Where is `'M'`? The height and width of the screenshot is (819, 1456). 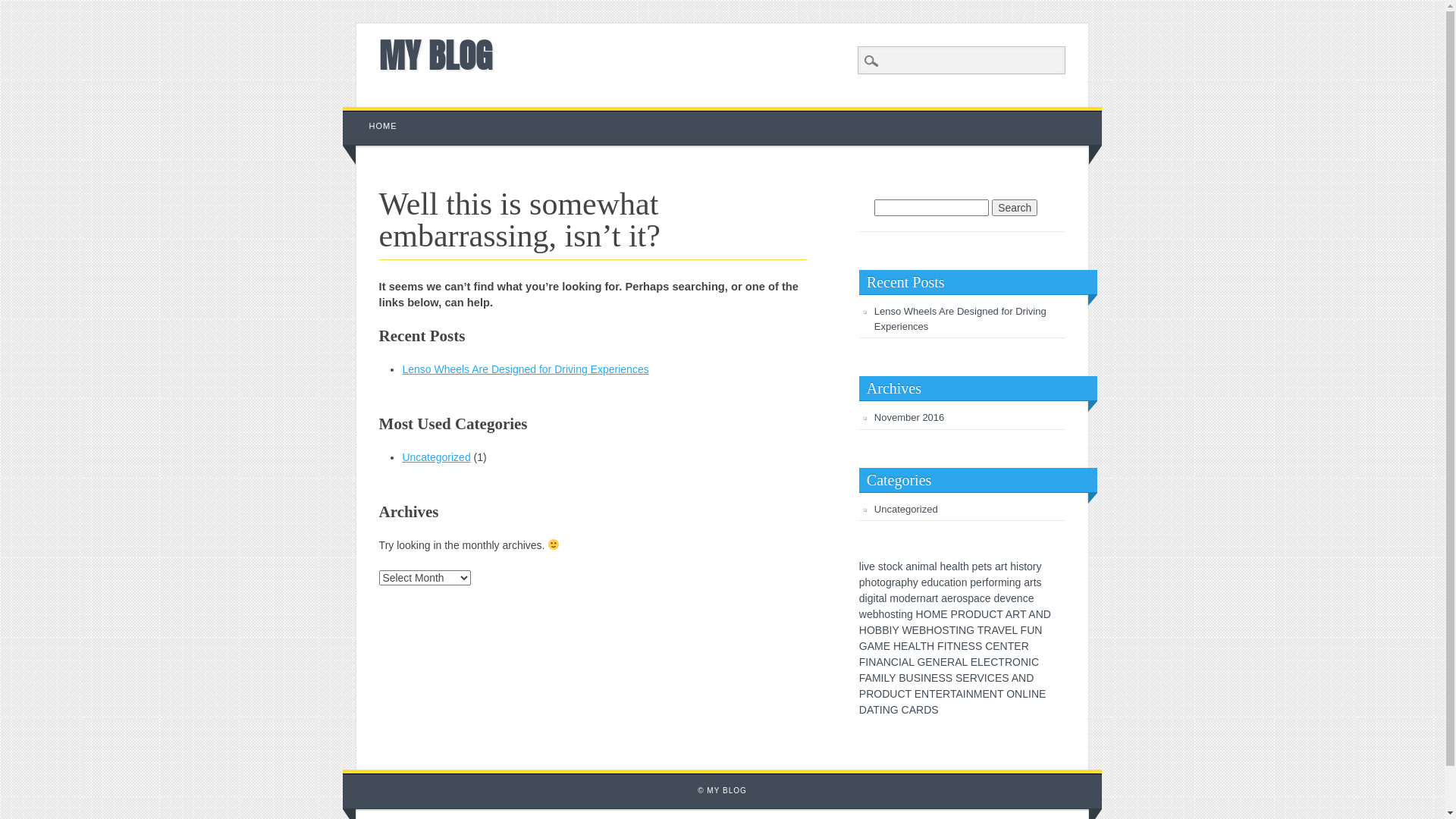 'M' is located at coordinates (878, 646).